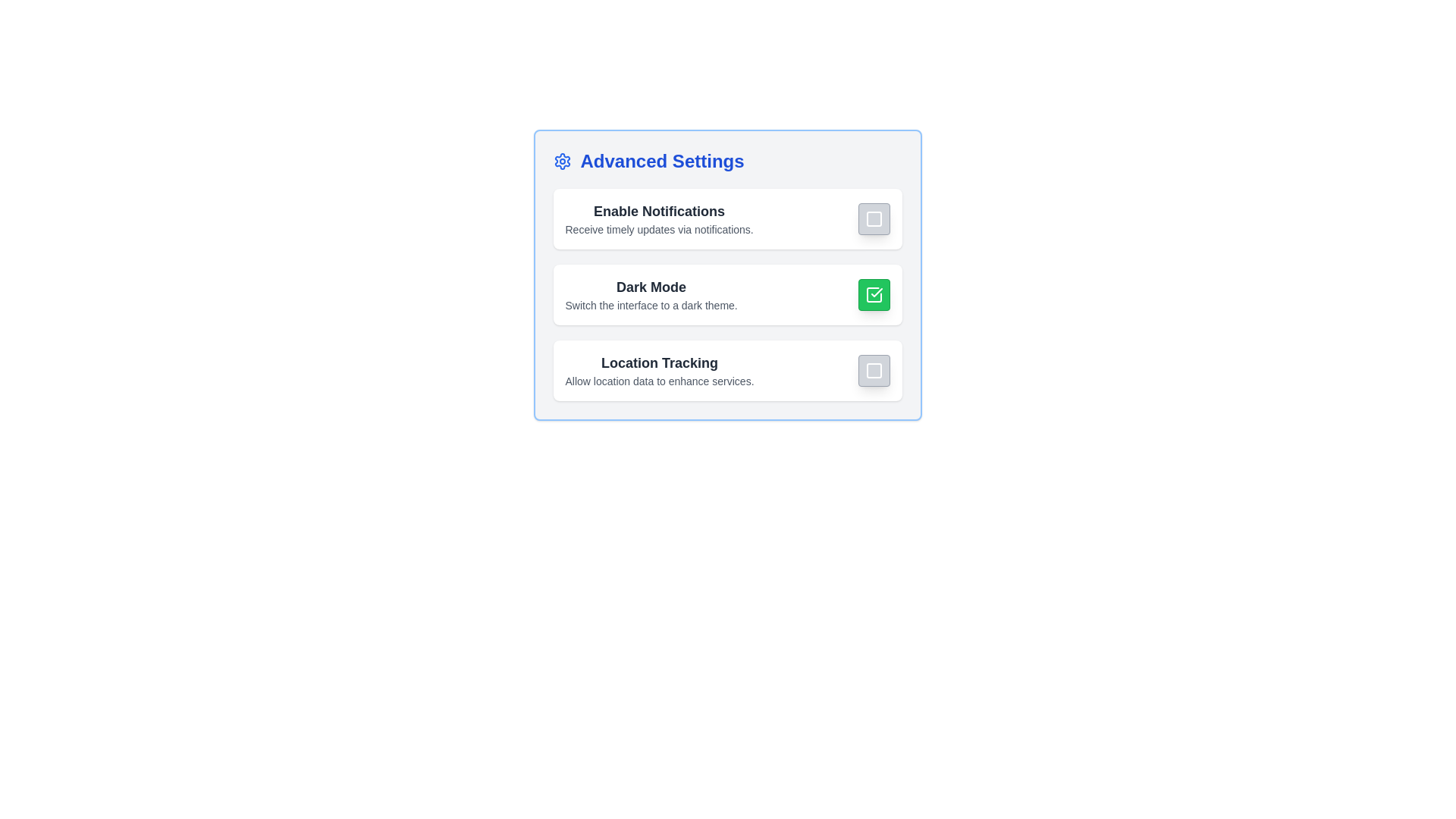 The image size is (1456, 819). What do you see at coordinates (874, 219) in the screenshot?
I see `the inner square of the checkbox-style component labeled 'Enable Notifications' in the 'Advanced Settings' section, which visually represents the checkbox or toggle option` at bounding box center [874, 219].